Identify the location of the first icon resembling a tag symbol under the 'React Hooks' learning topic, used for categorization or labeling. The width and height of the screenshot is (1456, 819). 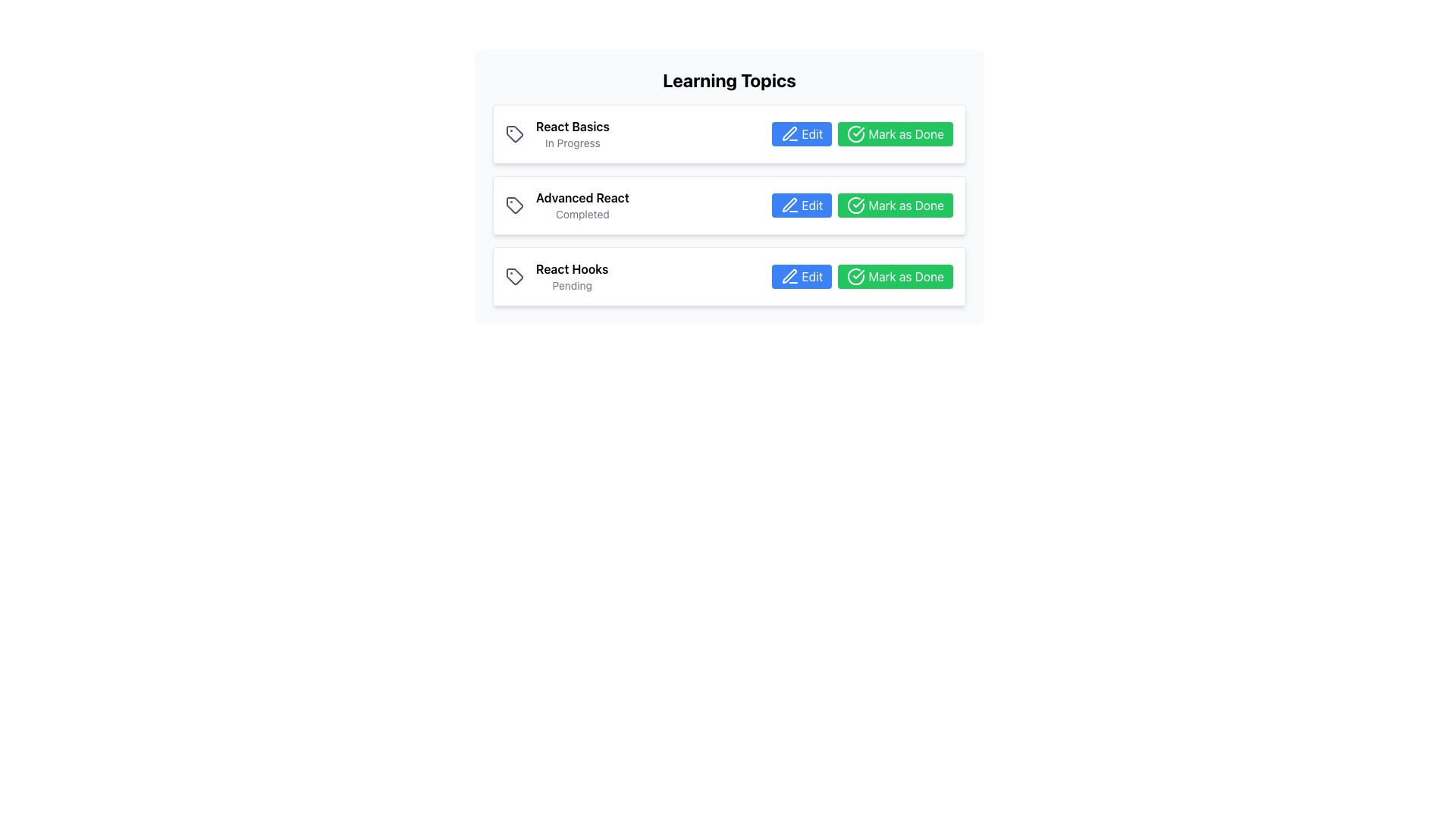
(514, 277).